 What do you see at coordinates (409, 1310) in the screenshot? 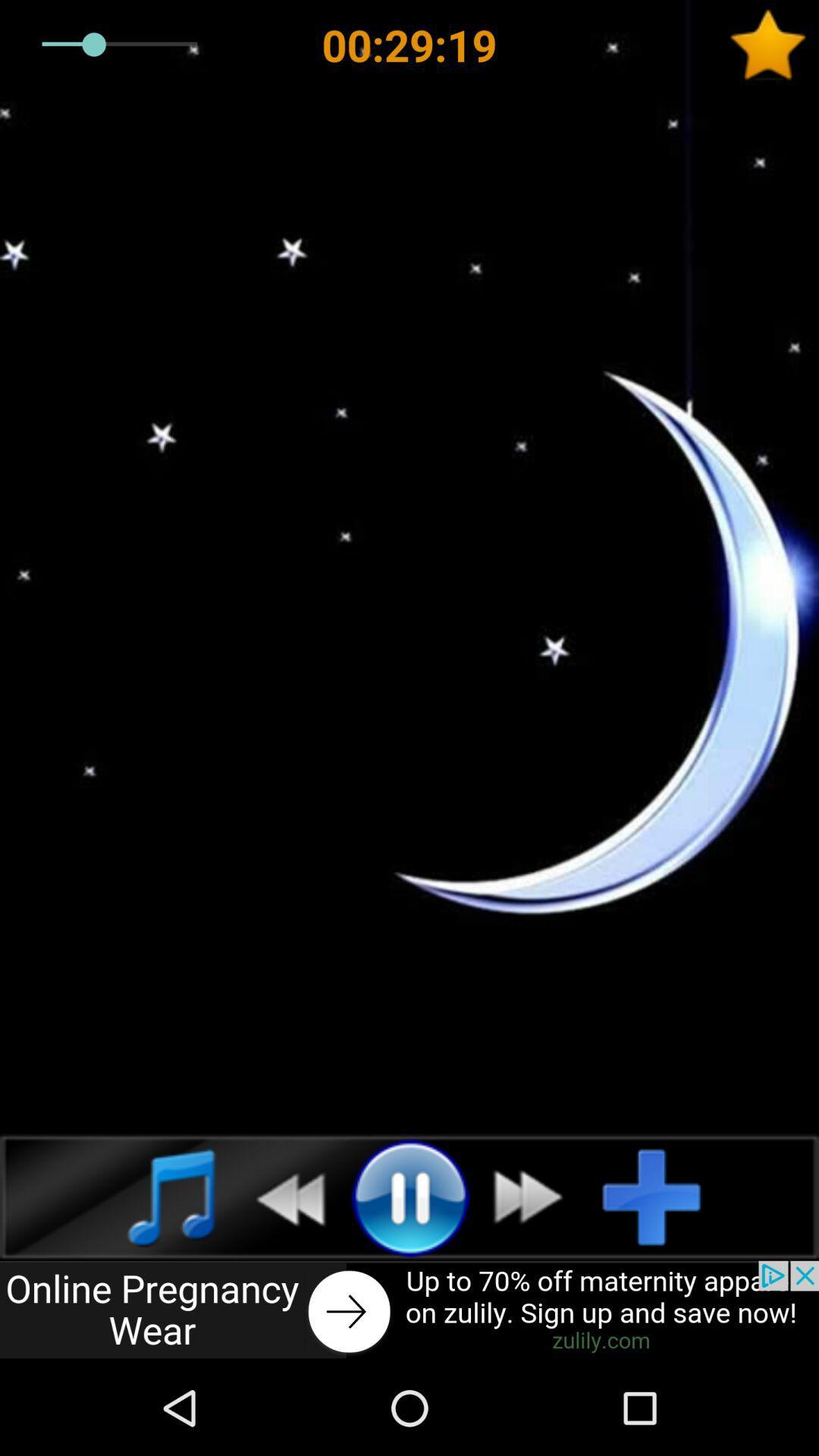
I see `button image` at bounding box center [409, 1310].